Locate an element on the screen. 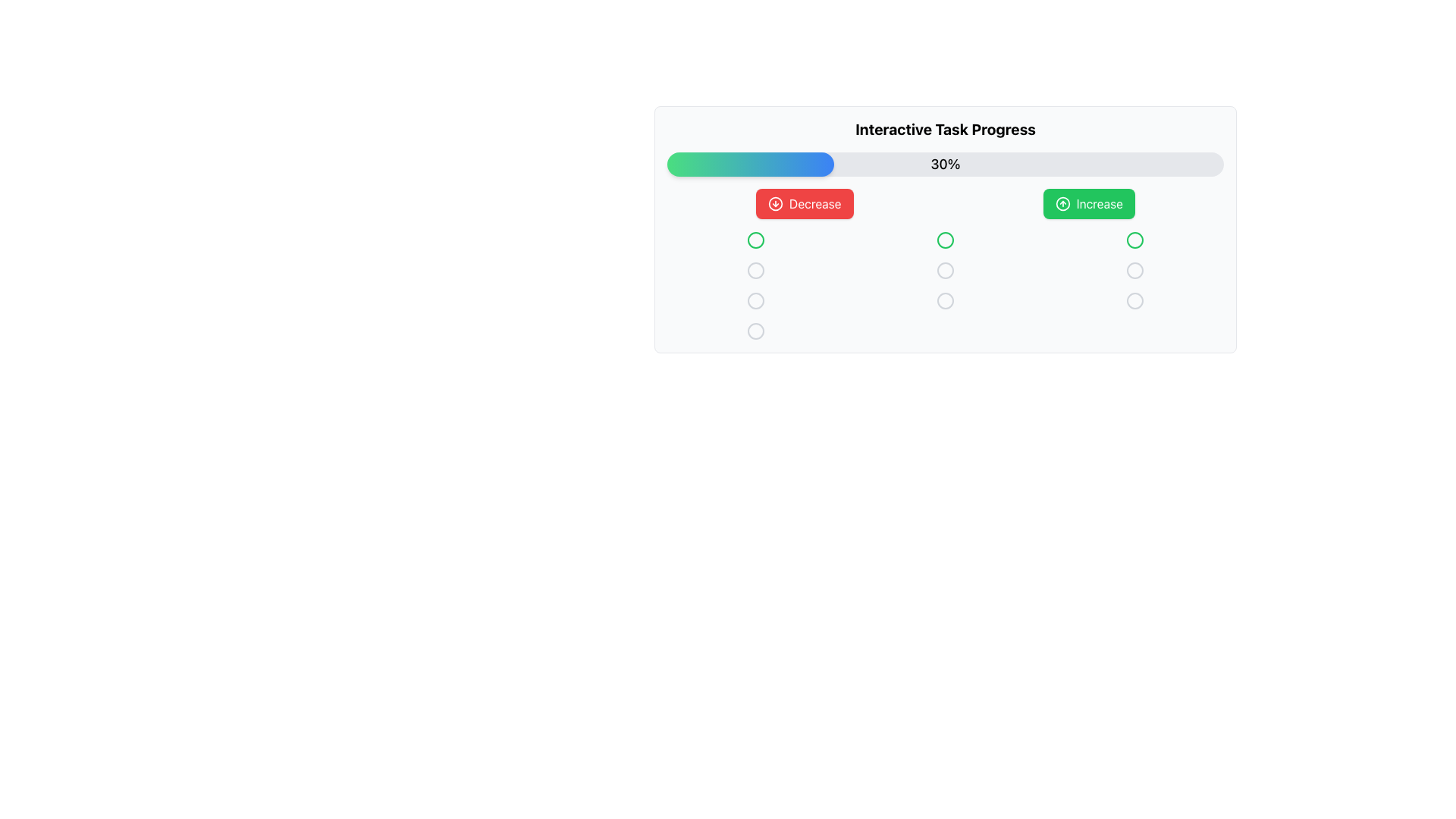 This screenshot has width=1456, height=819. the Circular SVG icon located in the first column of the third row of a grid layout, which is under a progress bar and two buttons labeled 'Decrease' and 'Increase', to possibly select or interact with it is located at coordinates (756, 301).